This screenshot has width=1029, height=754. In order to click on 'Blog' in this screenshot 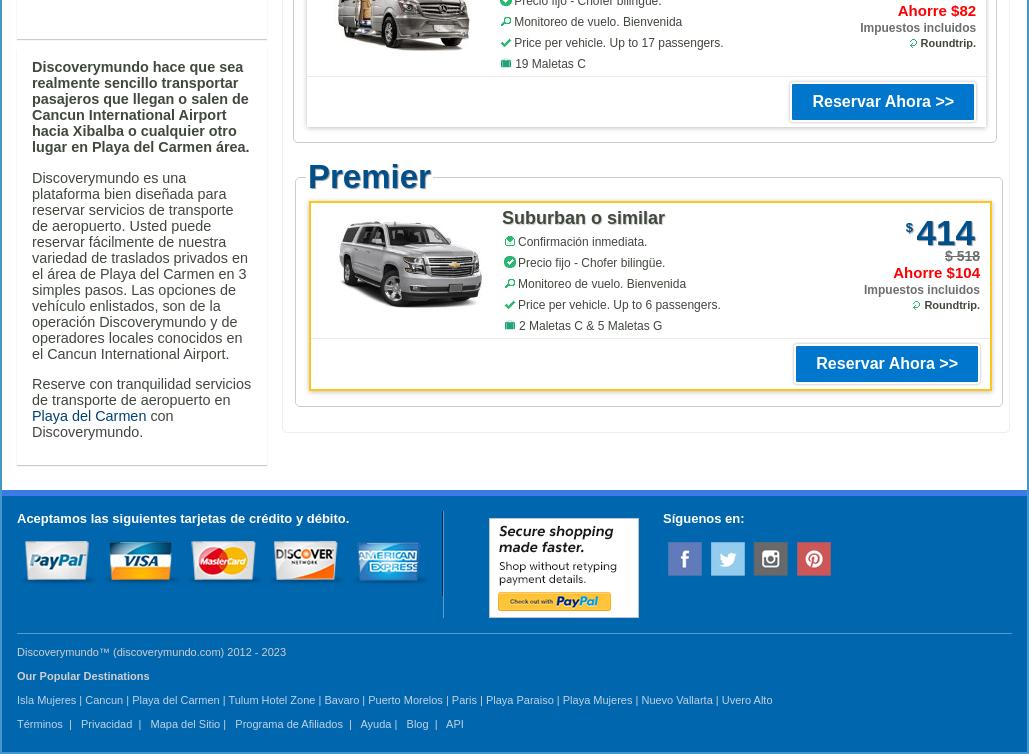, I will do `click(415, 722)`.